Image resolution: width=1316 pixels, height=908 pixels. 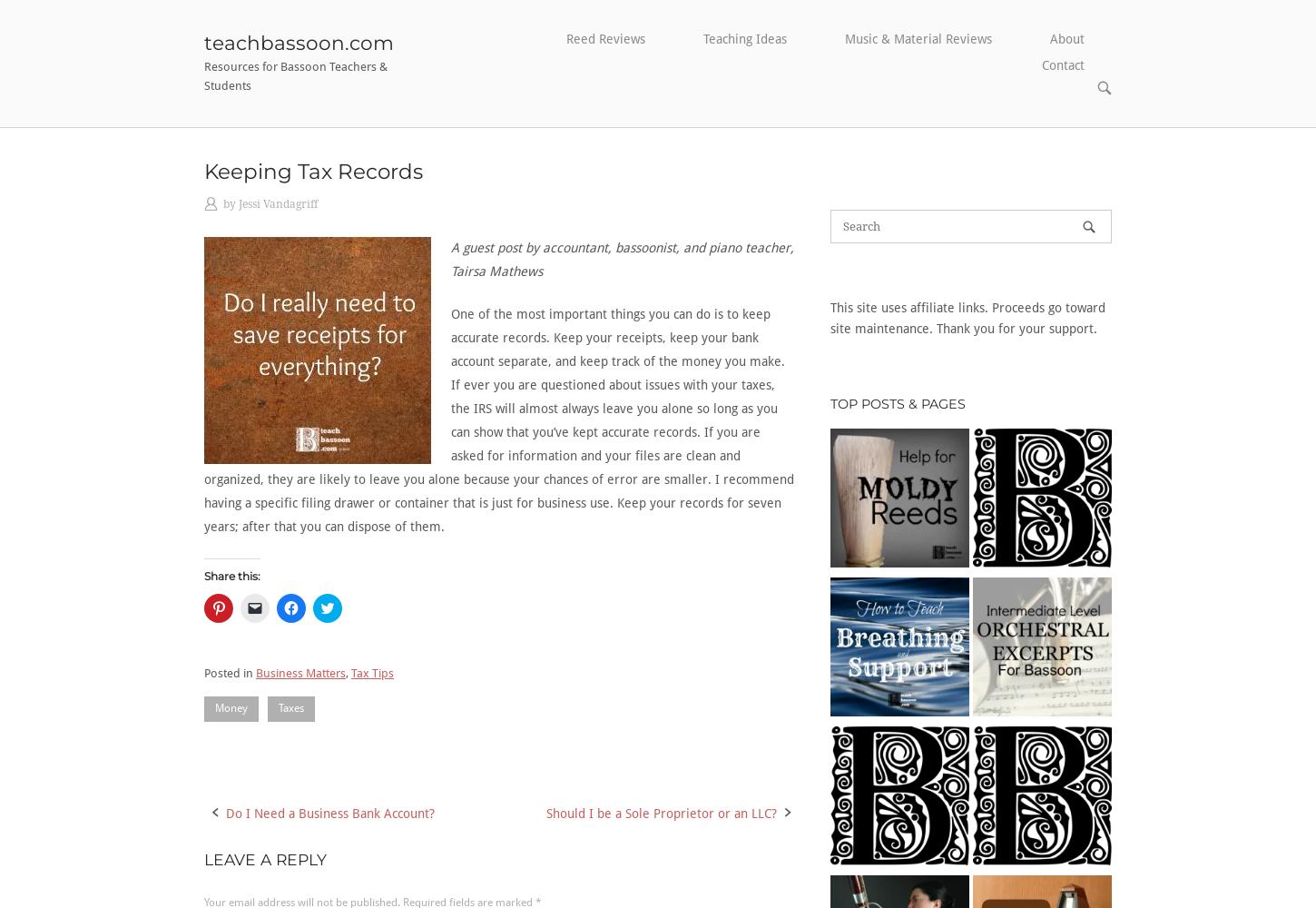 I want to click on 'Bassoon Basics', so click(x=678, y=75).